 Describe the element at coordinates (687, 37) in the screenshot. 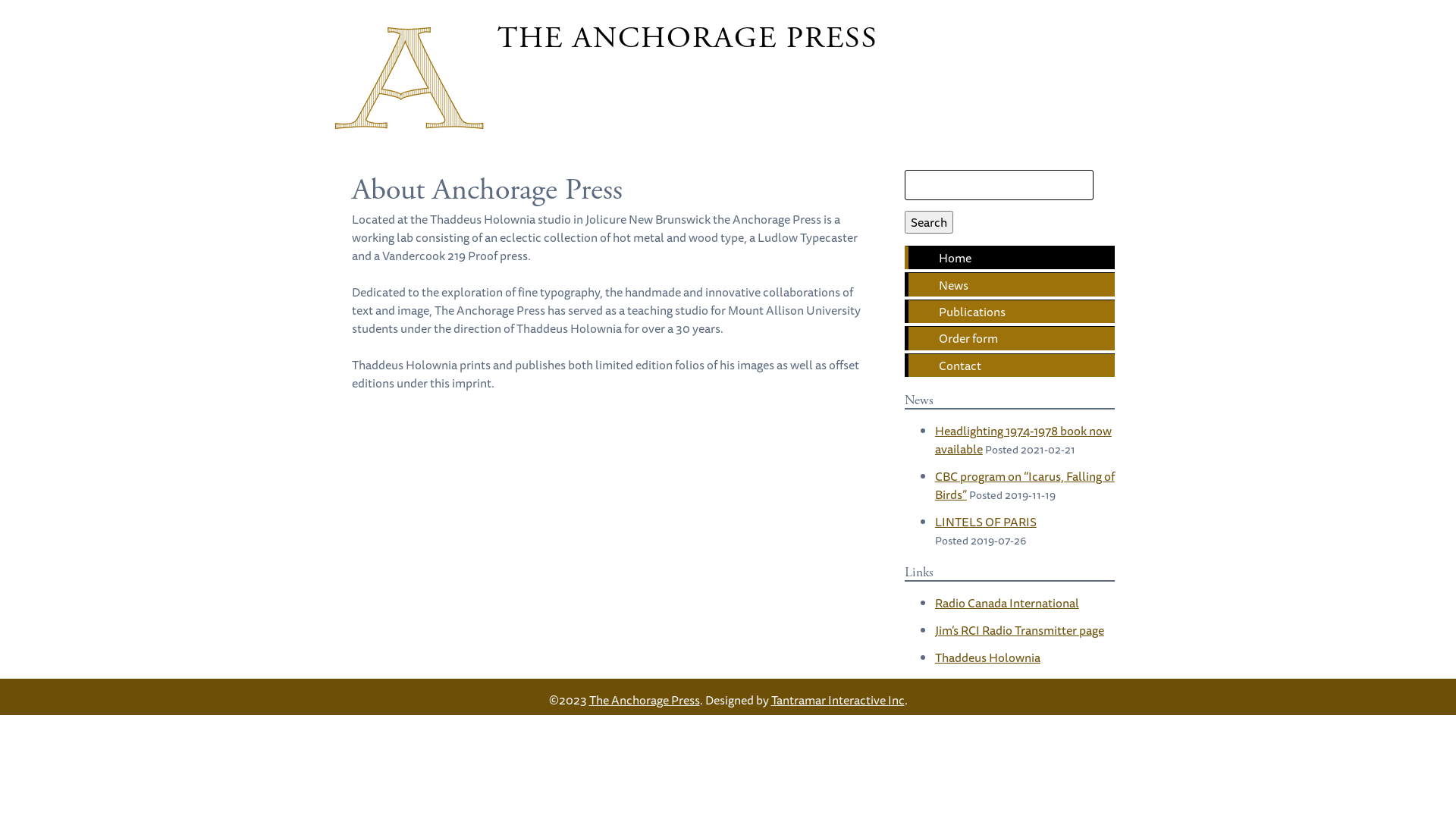

I see `'THE ANCHORAGE PRESS'` at that location.